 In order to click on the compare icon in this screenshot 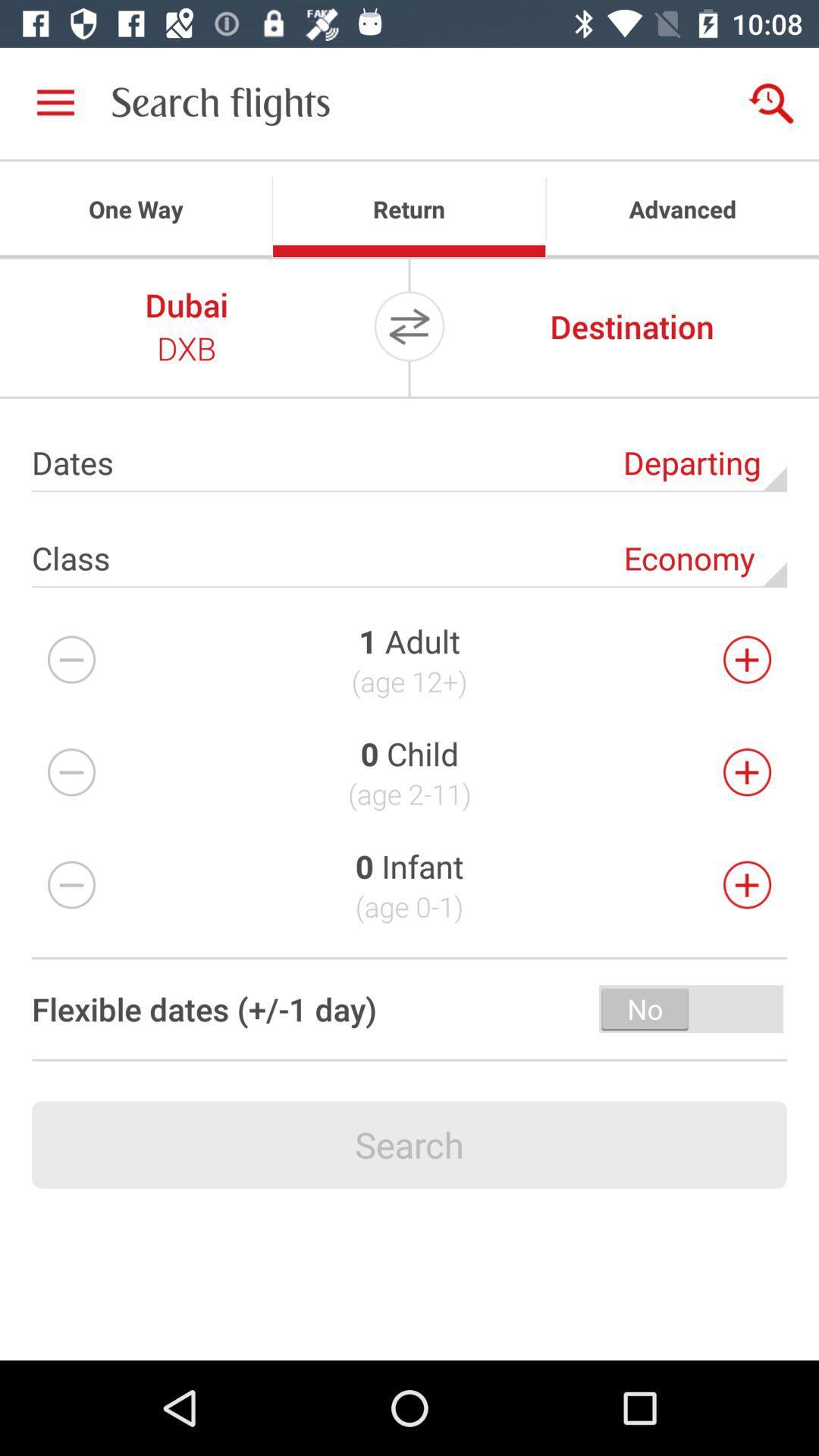, I will do `click(409, 325)`.